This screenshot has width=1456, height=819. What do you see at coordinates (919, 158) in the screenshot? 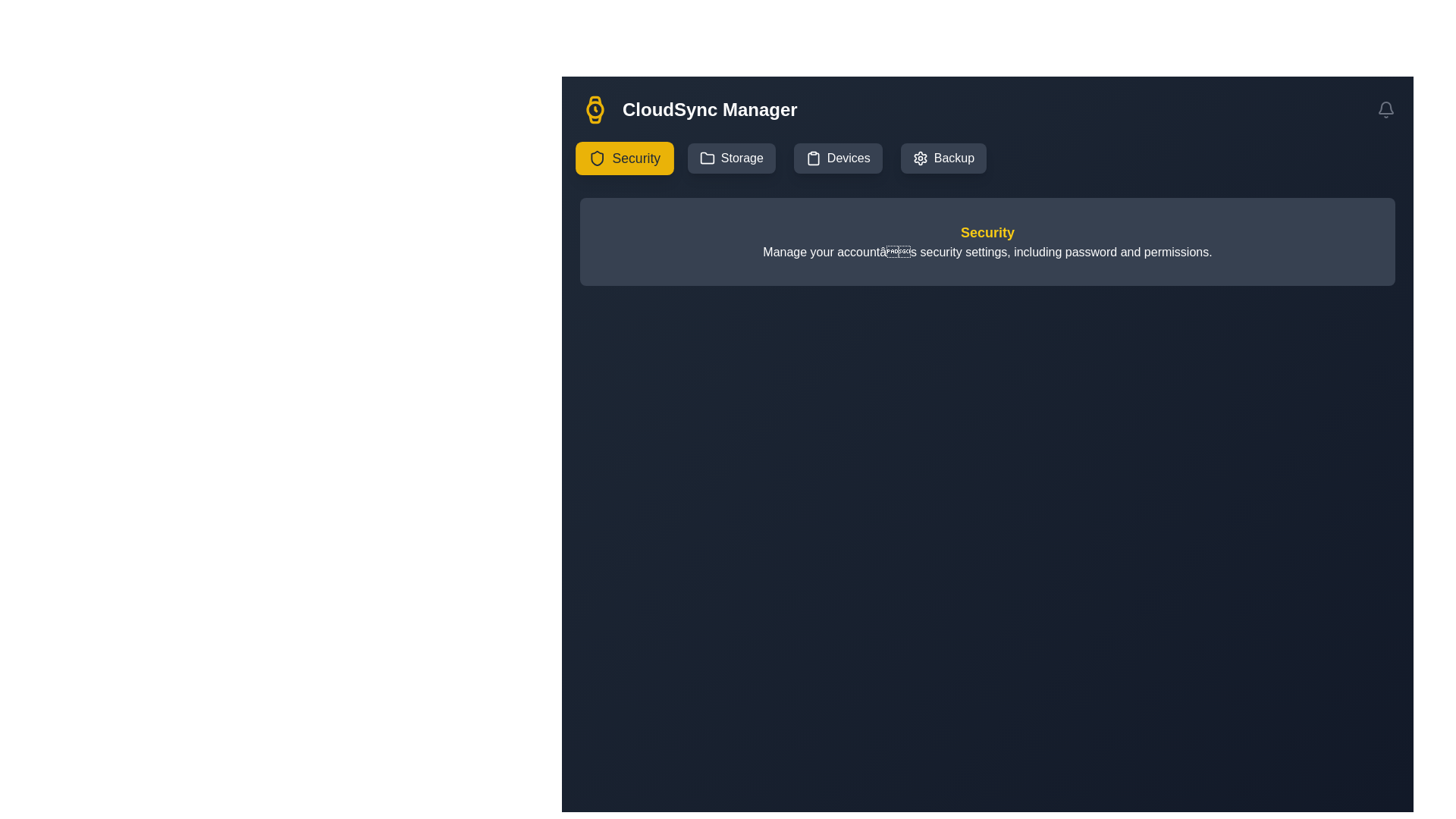
I see `the gear icon within the 'Backup' button located in the top navigation bar` at bounding box center [919, 158].